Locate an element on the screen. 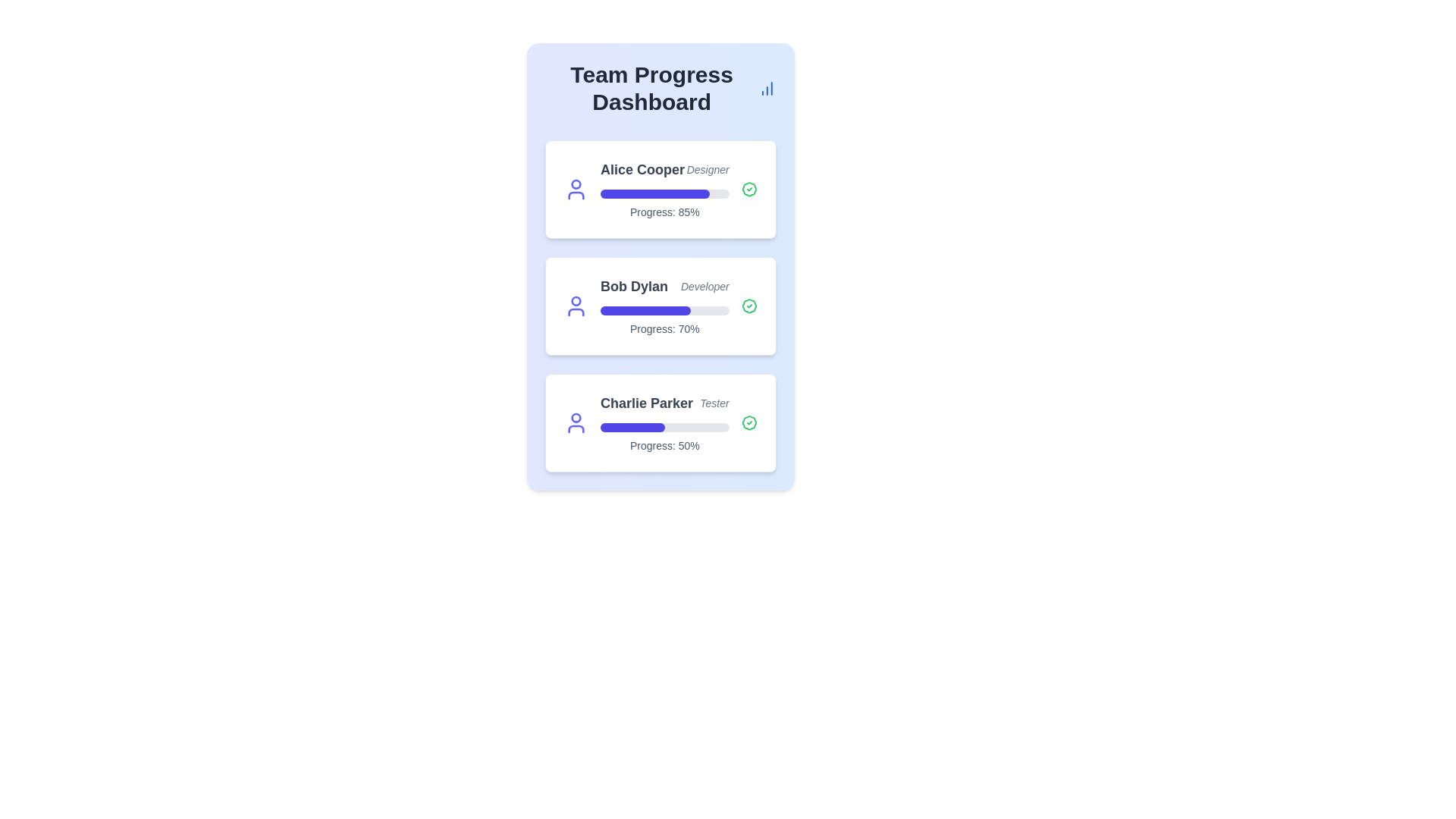 The width and height of the screenshot is (1456, 819). the filled portion of the progress bar indicating 50% completion for Charlie Parker, located in the third card of the dashboard is located at coordinates (632, 427).